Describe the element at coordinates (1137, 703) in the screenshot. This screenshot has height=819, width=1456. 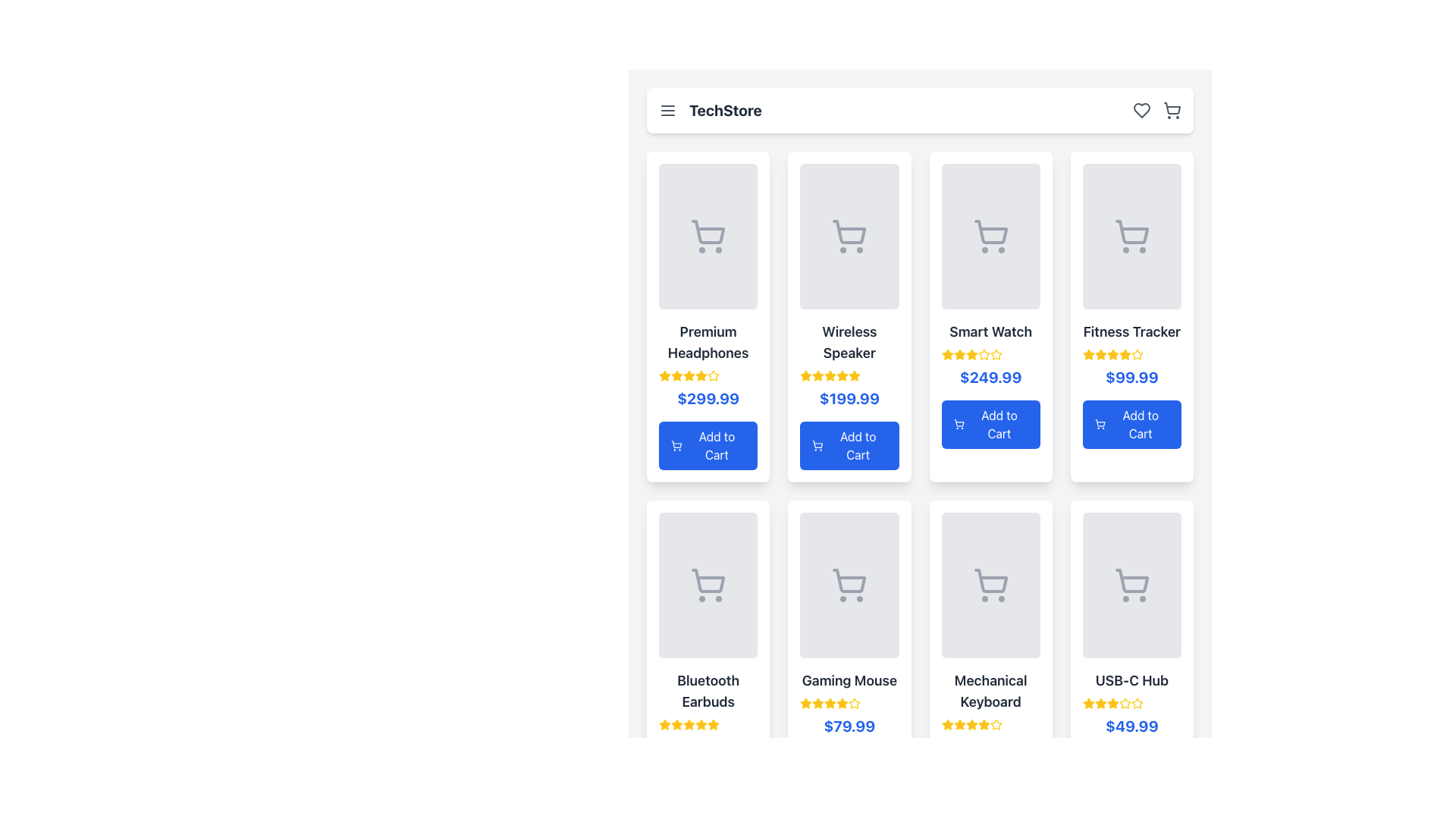
I see `the fifth star icon in the rating system for the USB-C Hub product, which is a golden yellow star indicating its rating` at that location.